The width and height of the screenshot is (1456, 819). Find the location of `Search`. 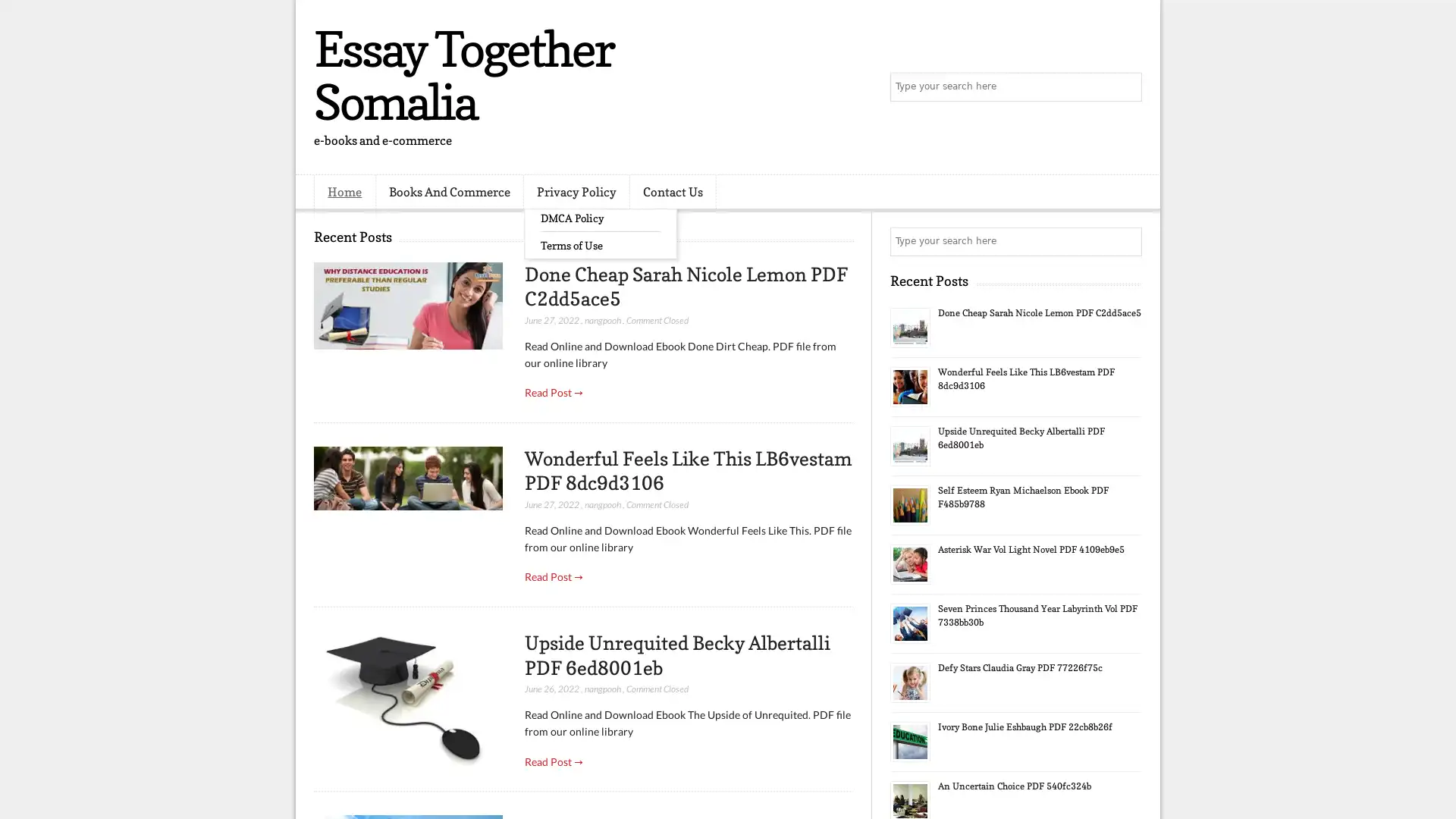

Search is located at coordinates (1126, 241).